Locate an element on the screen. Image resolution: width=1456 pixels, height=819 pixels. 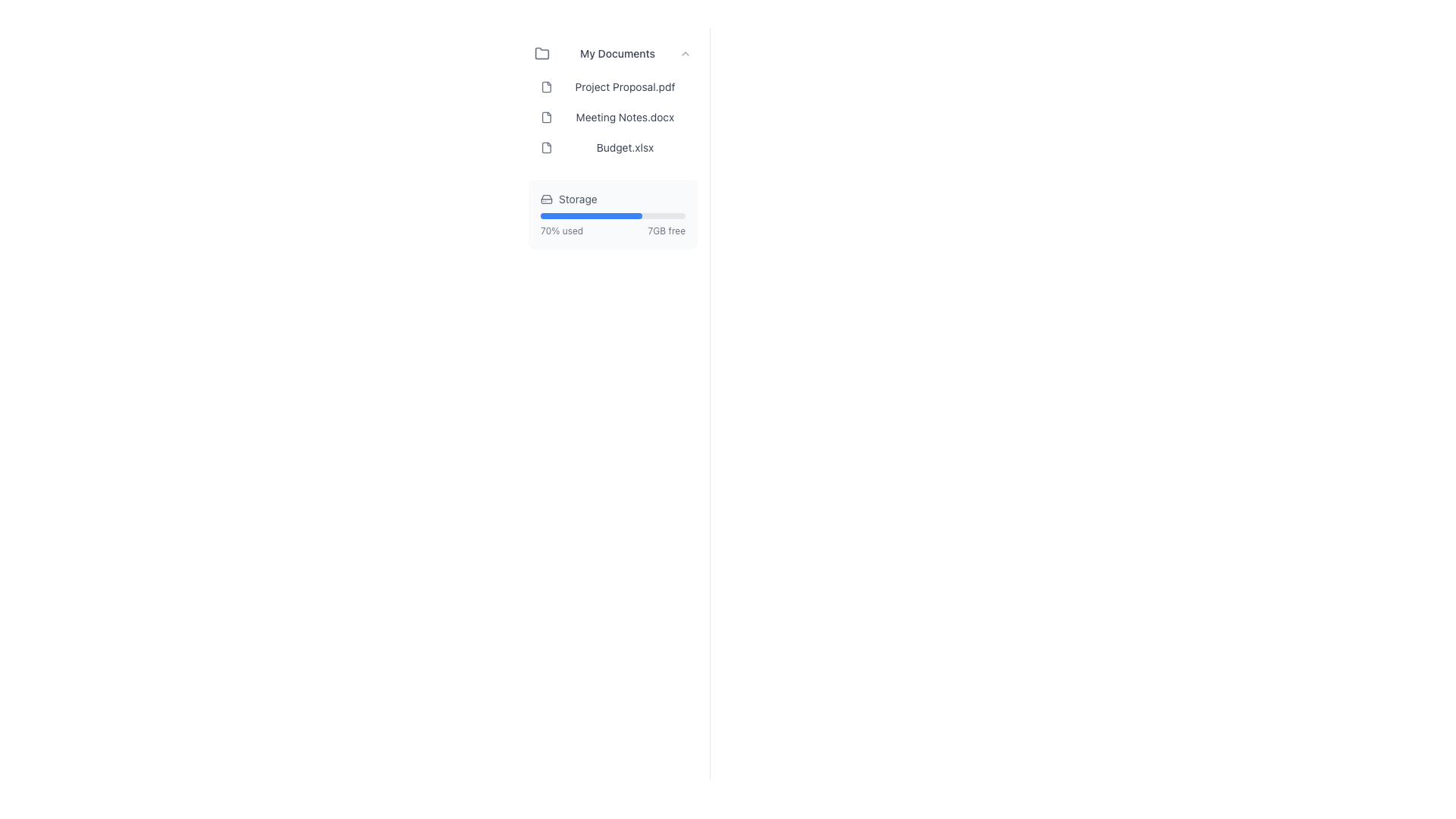
the 'Project Proposal.pdf' file entry in the file list is located at coordinates (613, 100).